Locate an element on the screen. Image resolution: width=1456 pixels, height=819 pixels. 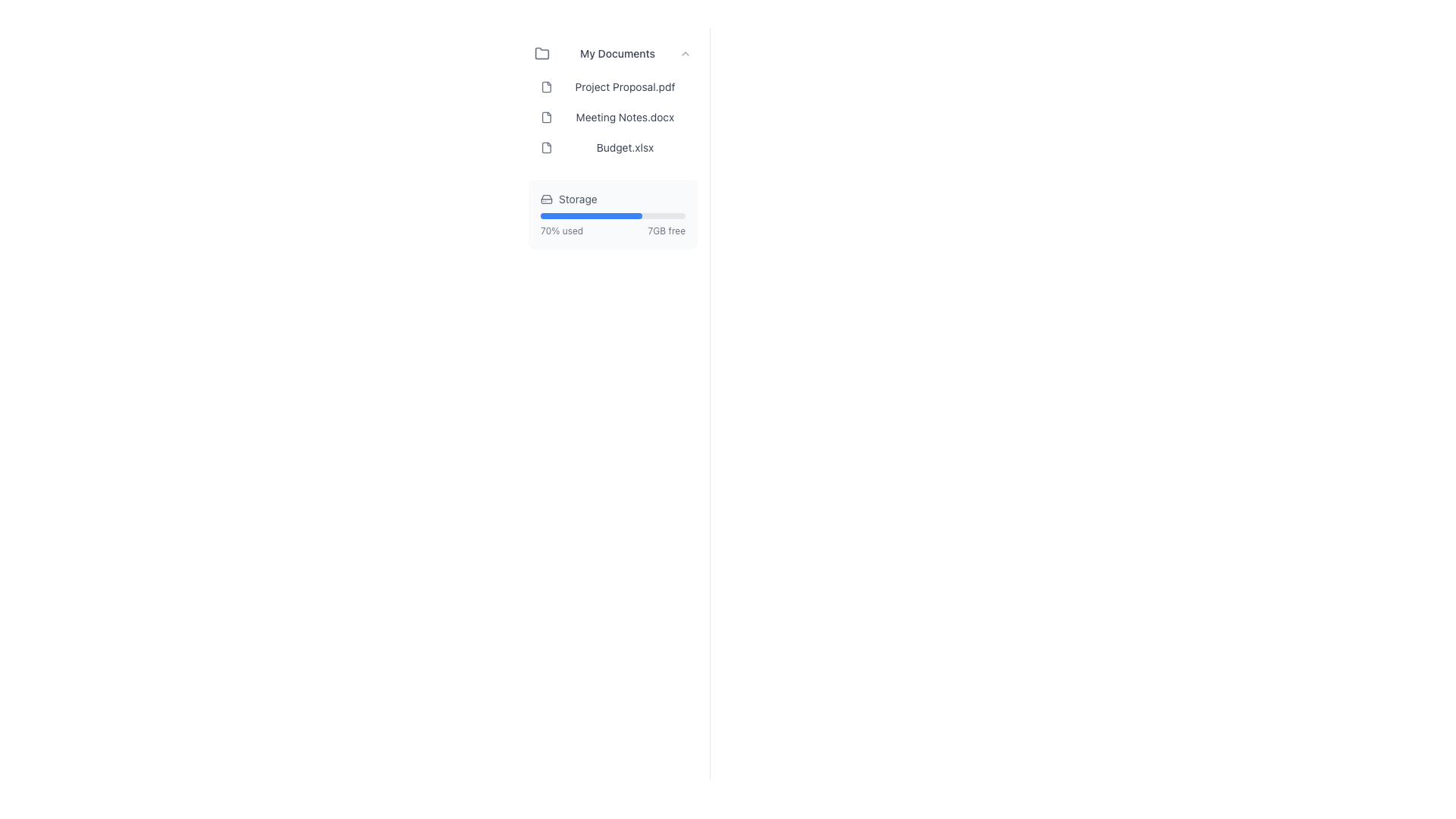
the 'Project Proposal.pdf' file entry in the file list is located at coordinates (613, 100).